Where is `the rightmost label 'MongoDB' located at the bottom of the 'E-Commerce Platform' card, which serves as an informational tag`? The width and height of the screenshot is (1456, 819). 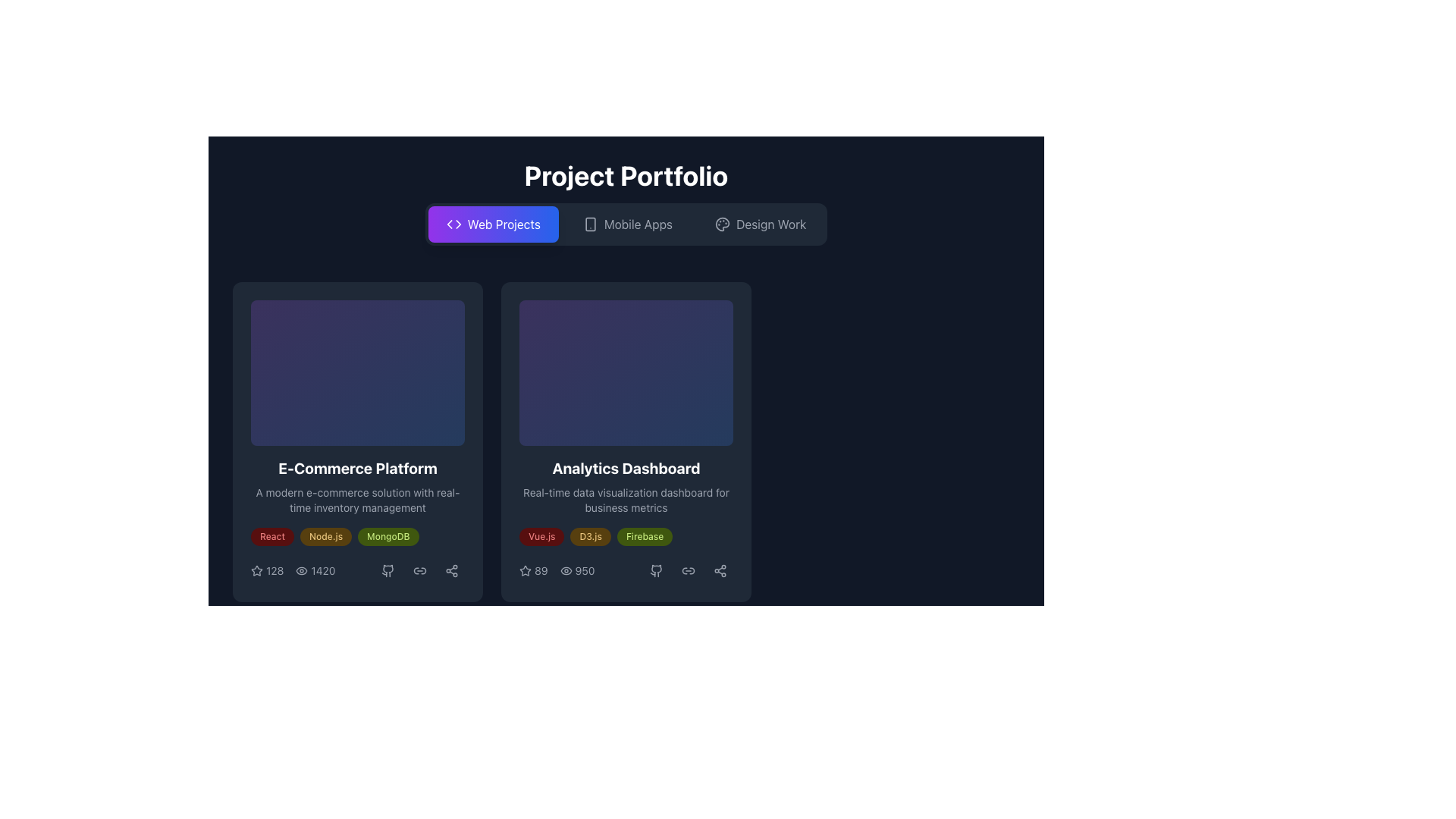 the rightmost label 'MongoDB' located at the bottom of the 'E-Commerce Platform' card, which serves as an informational tag is located at coordinates (388, 536).